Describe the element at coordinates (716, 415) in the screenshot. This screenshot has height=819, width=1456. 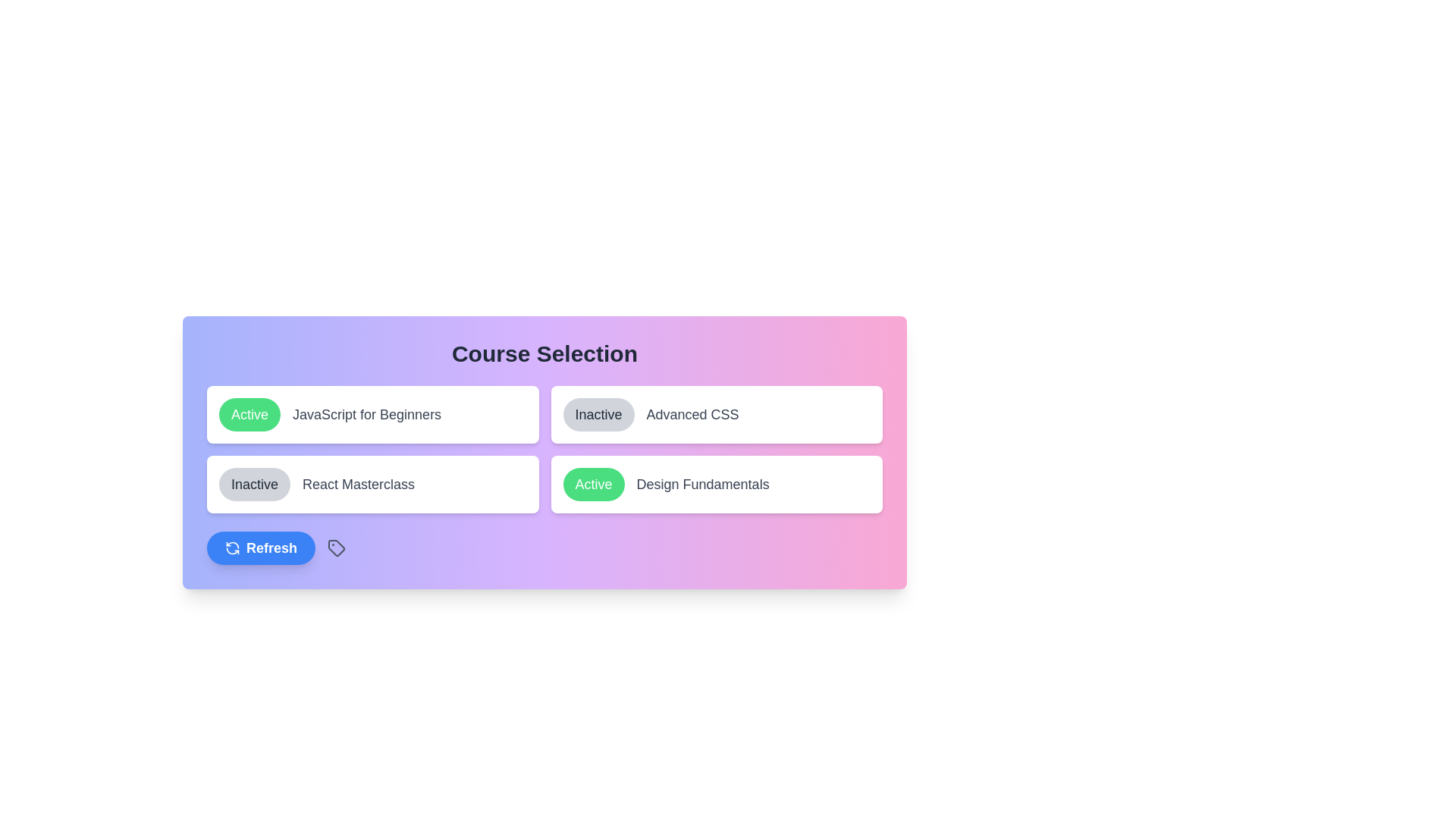
I see `the Informational tile labeled 'Advanced CSS' which has a rounded button labeled 'Inactive' on the left, to interact with adjacent elements` at that location.